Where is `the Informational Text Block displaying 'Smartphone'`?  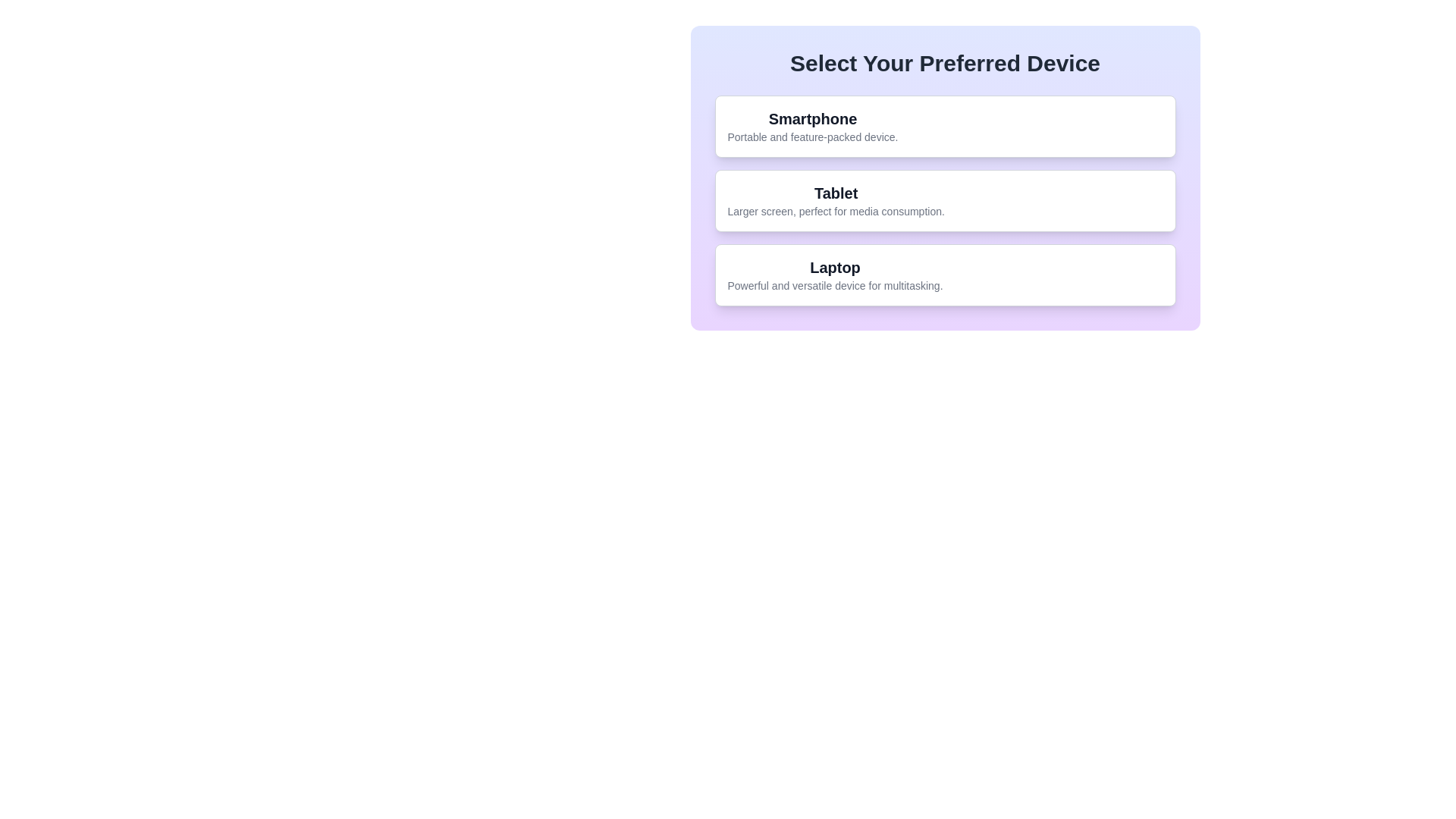 the Informational Text Block displaying 'Smartphone' is located at coordinates (811, 125).